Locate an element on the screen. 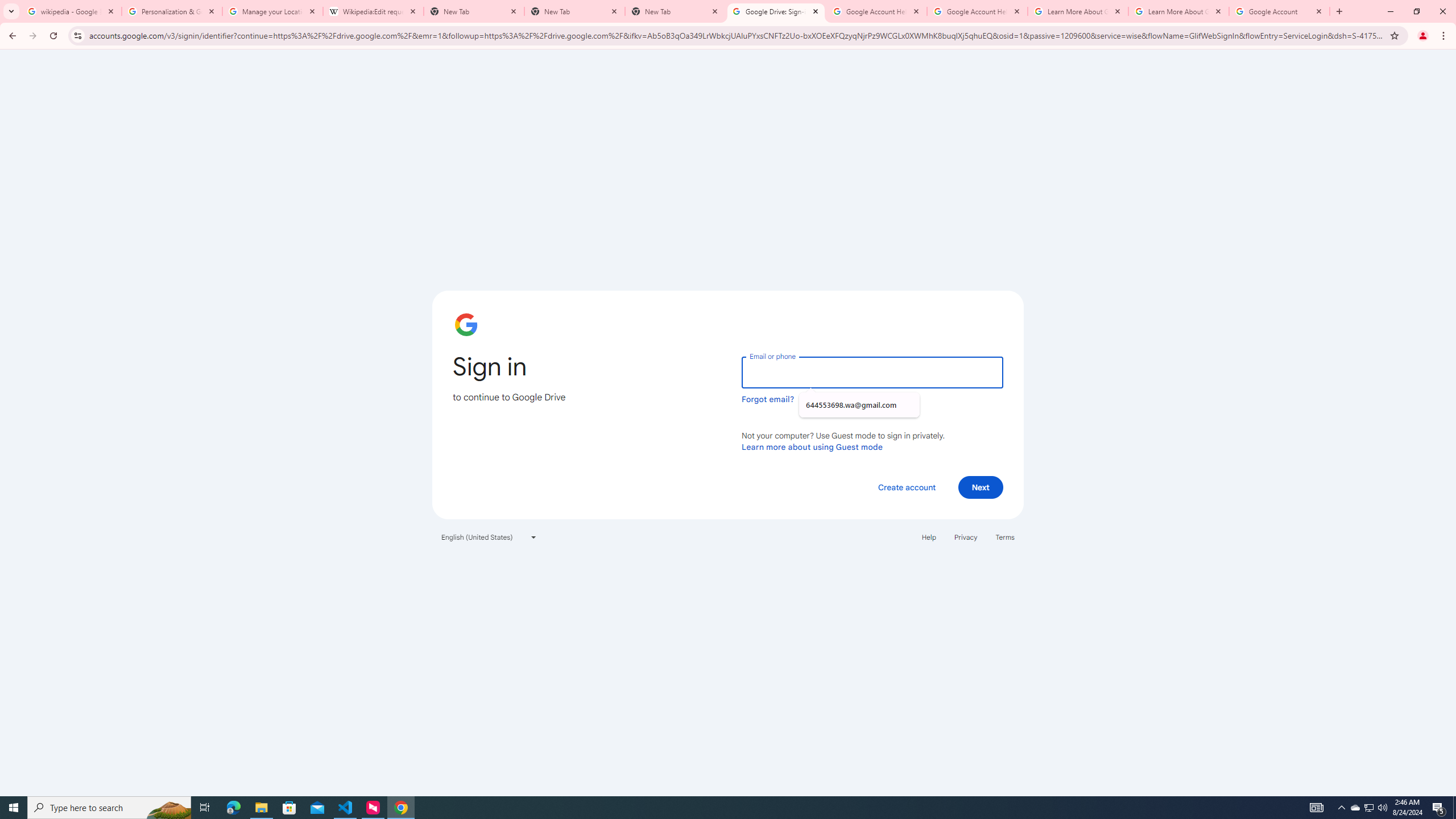  'Manage your Location History - Google Search Help' is located at coordinates (271, 11).